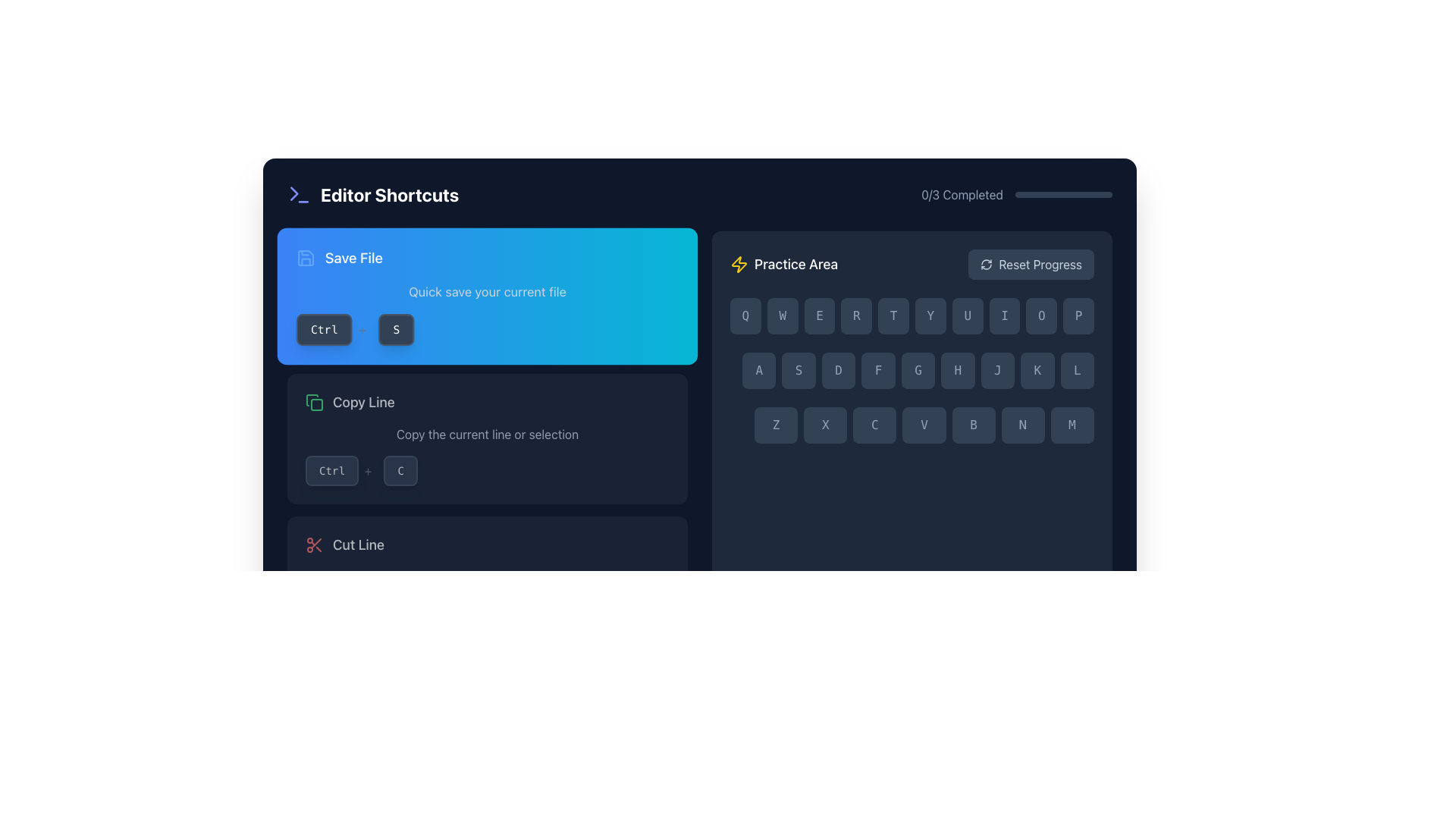 The height and width of the screenshot is (819, 1456). What do you see at coordinates (331, 470) in the screenshot?
I see `the button-like UI component labeled 'Ctrl' which has a dark slate background and white monospaced text, located in the shortcut display section for 'Copy Line'` at bounding box center [331, 470].